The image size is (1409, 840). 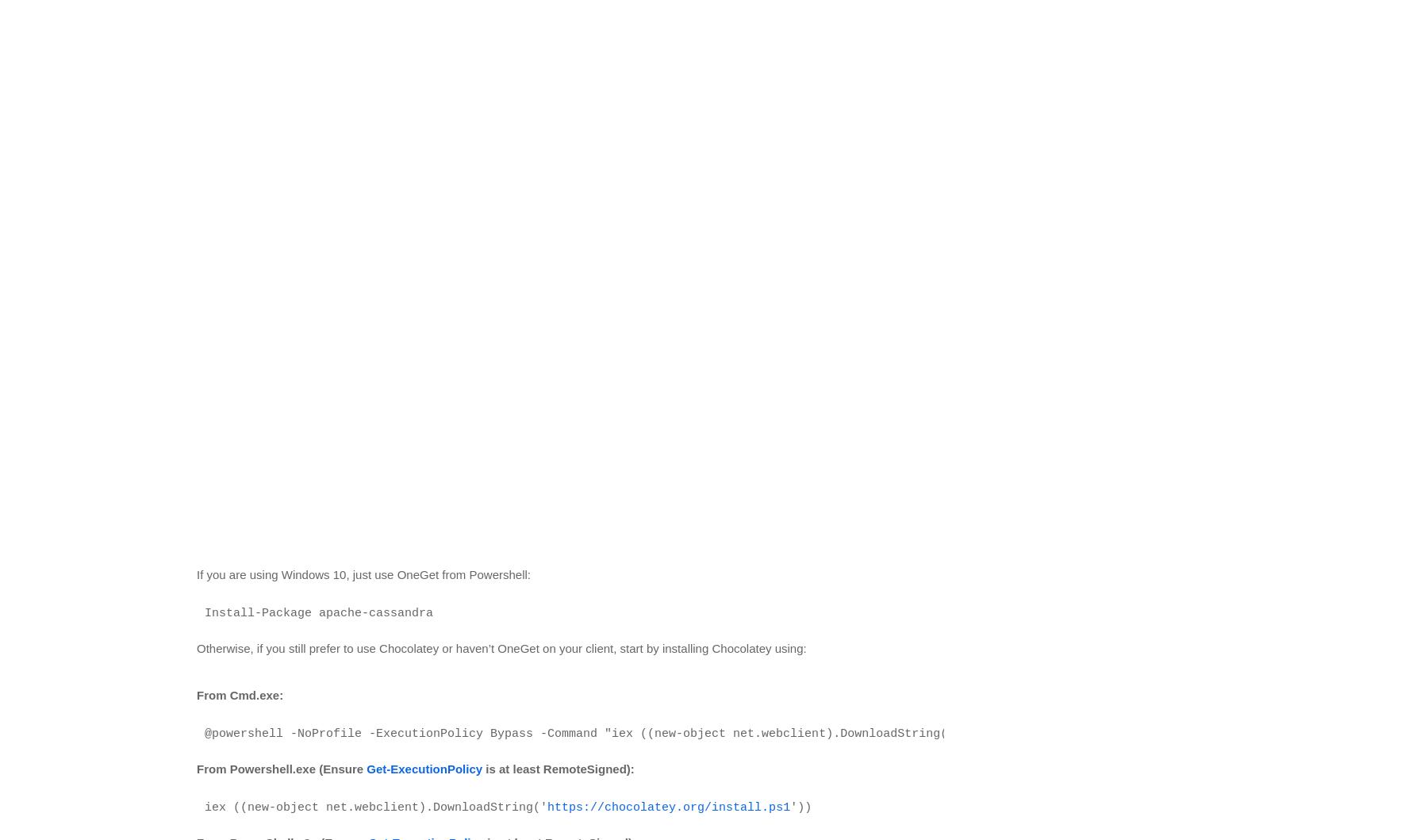 I want to click on 'iex ((new-object net.webclient).DownloadString('', so click(x=375, y=806).